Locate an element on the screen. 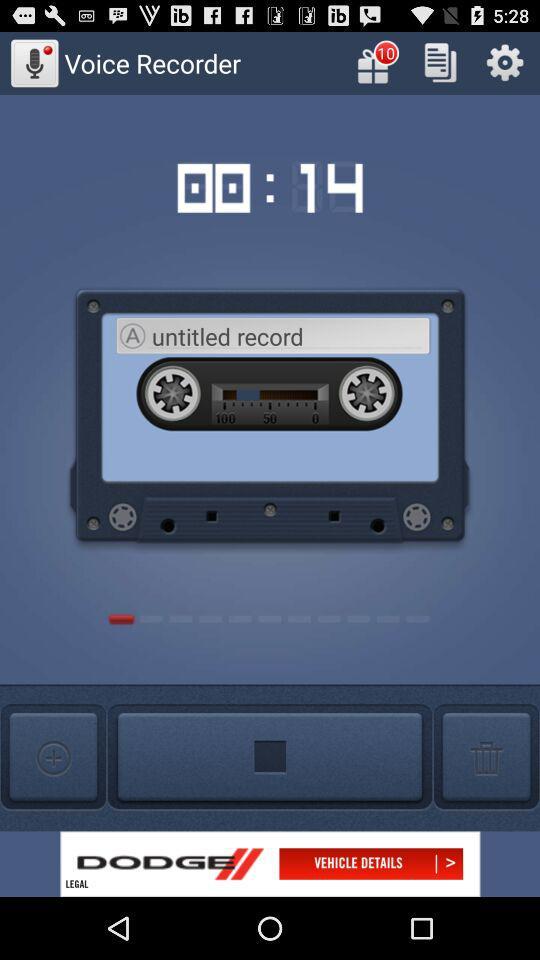  delete button is located at coordinates (485, 756).